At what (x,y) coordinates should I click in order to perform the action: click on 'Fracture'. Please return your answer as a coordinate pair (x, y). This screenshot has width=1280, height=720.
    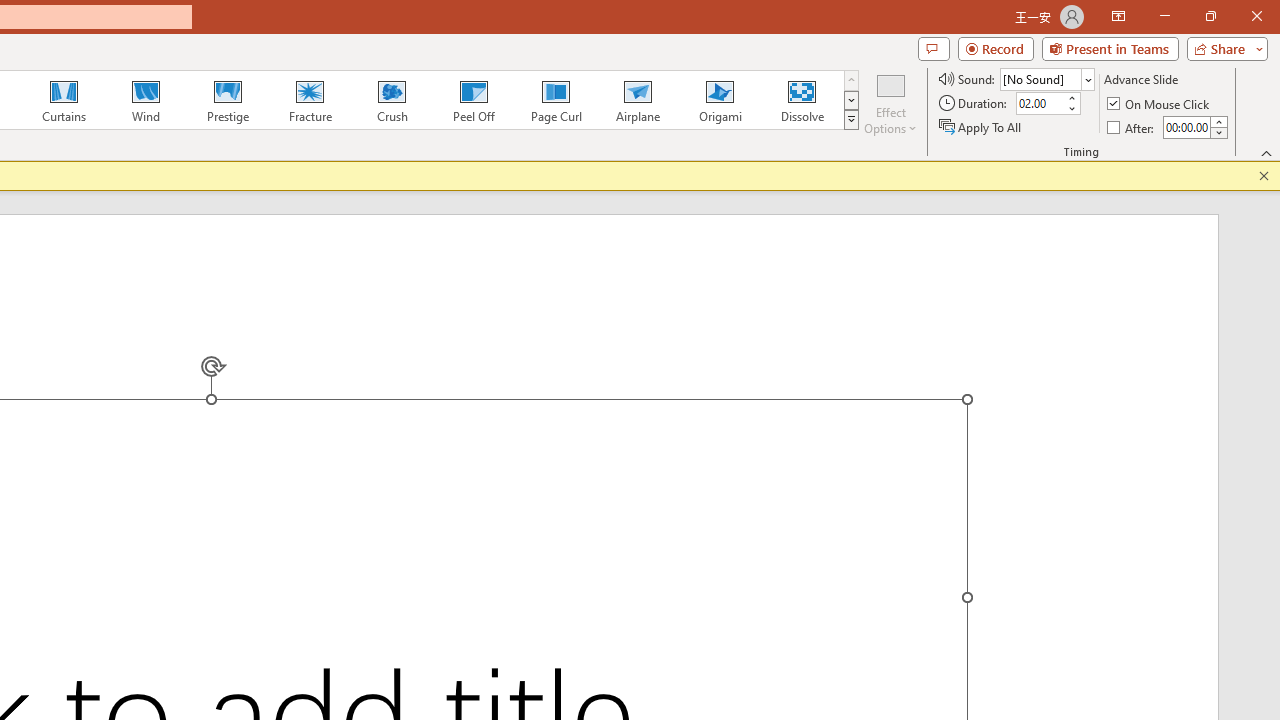
    Looking at the image, I should click on (308, 100).